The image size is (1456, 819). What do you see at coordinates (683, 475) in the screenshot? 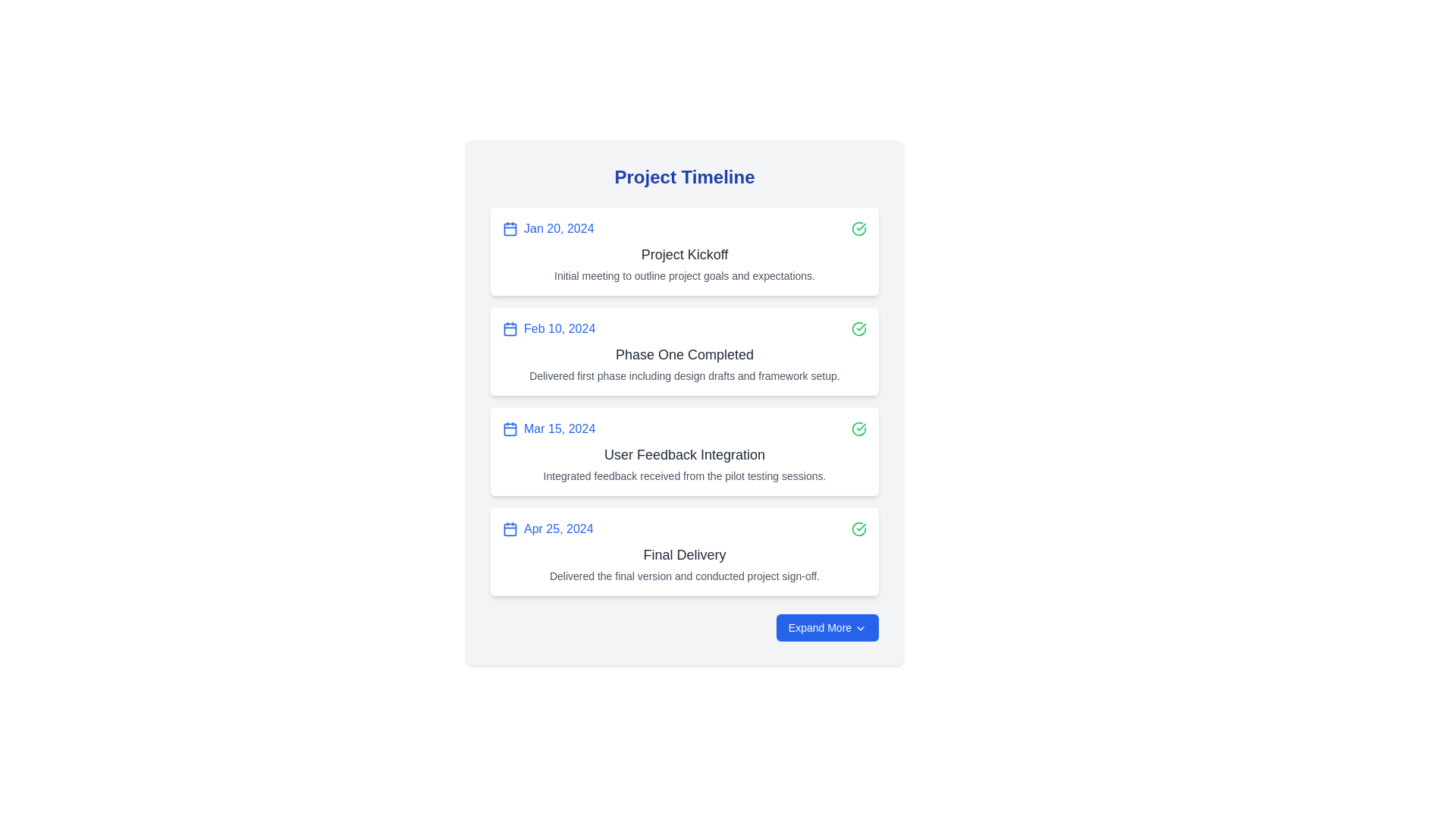
I see `the static text element that displays 'Integrated feedback received from the pilot testing sessions.' located below the main title 'User Feedback Integration'` at bounding box center [683, 475].